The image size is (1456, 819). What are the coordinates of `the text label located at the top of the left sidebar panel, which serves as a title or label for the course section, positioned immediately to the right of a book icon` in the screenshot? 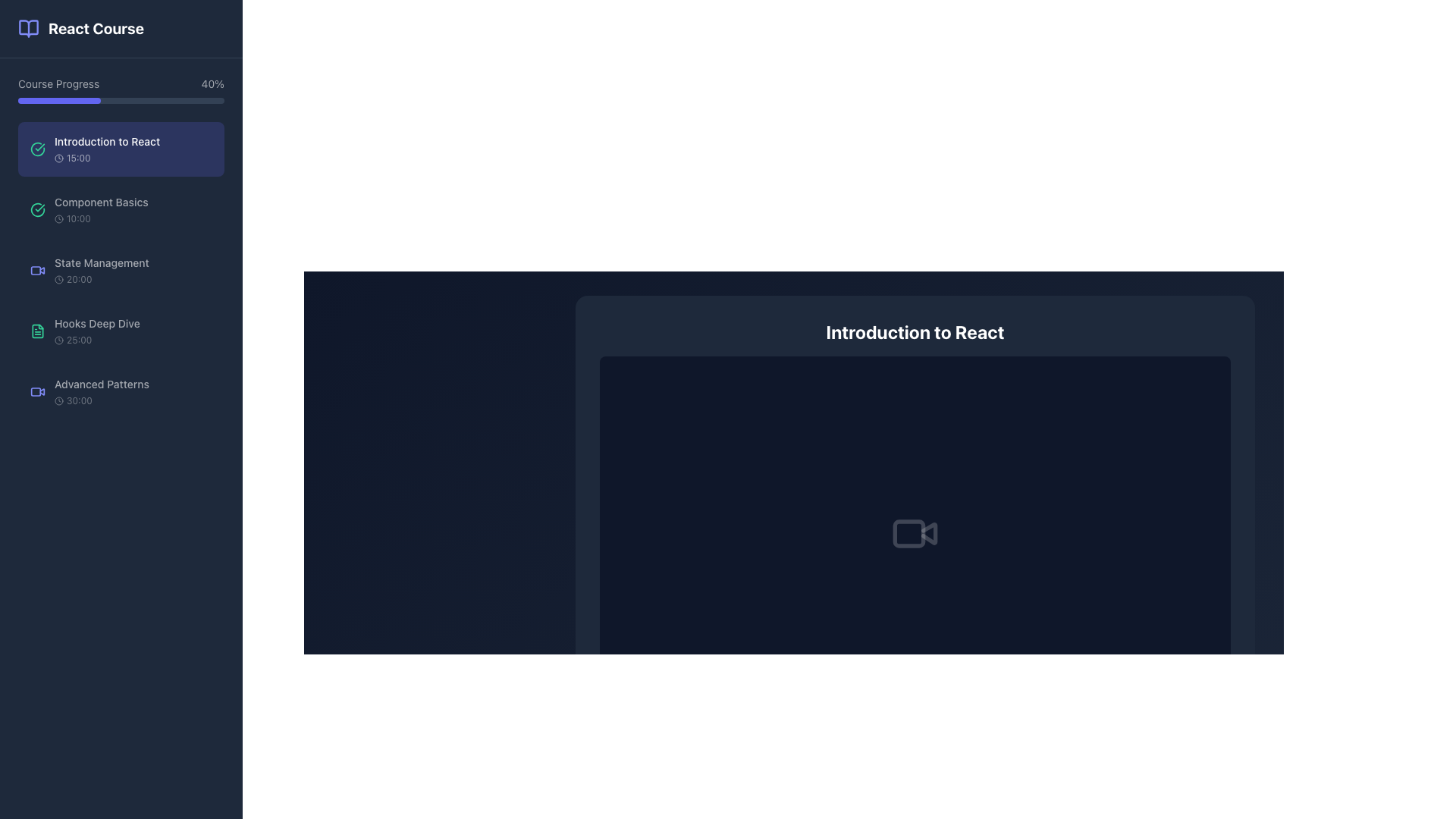 It's located at (96, 29).